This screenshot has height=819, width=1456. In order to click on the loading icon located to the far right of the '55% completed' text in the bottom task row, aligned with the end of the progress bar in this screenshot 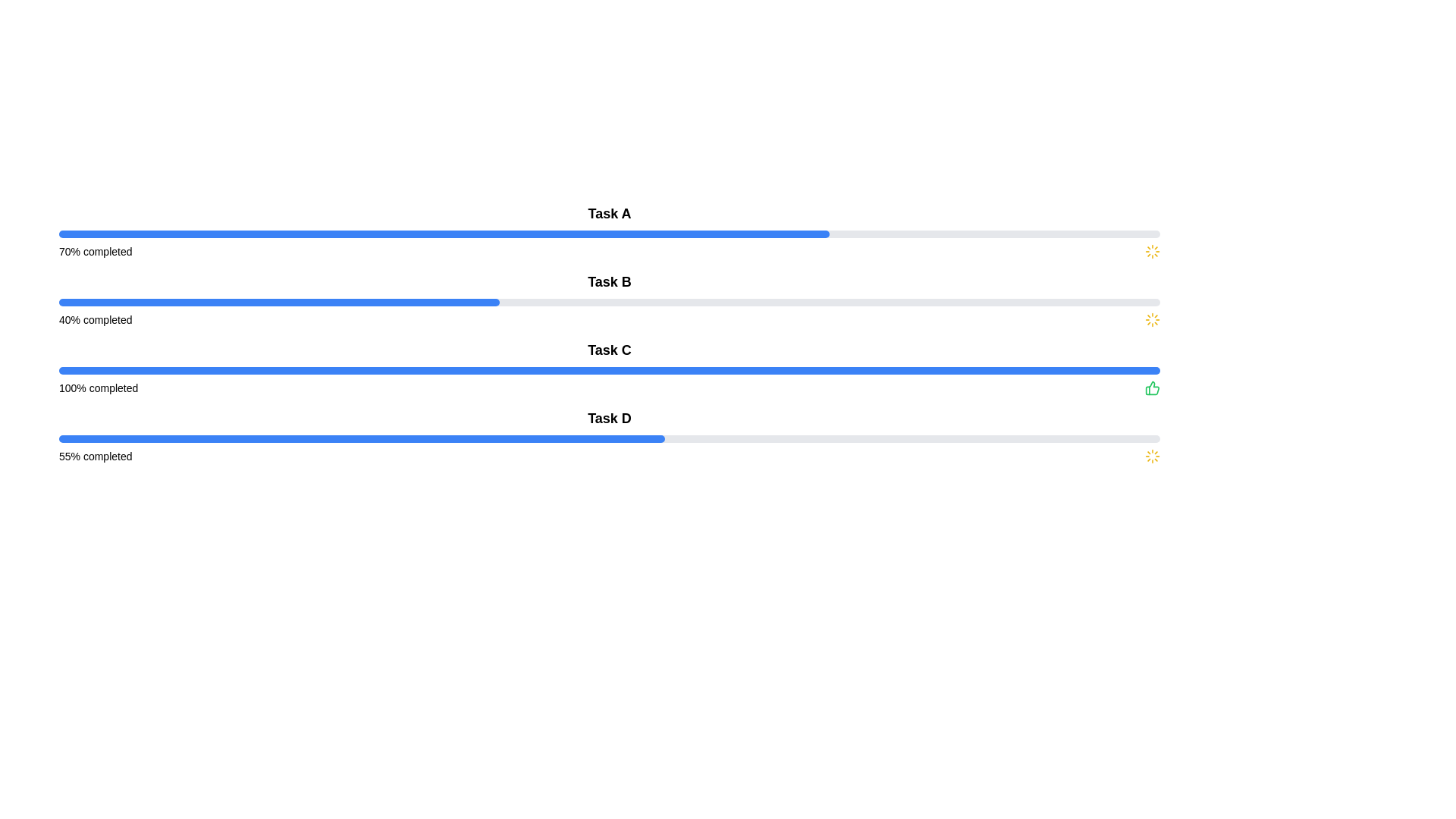, I will do `click(1153, 455)`.